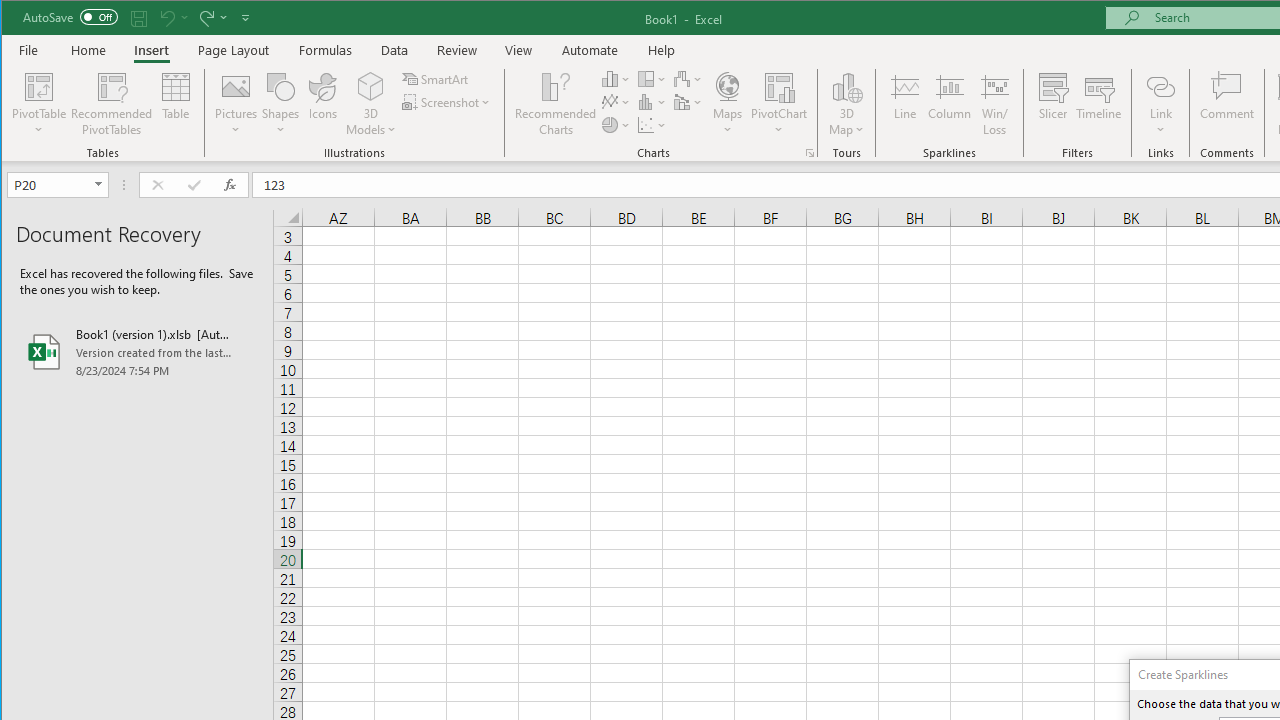 The image size is (1280, 720). I want to click on 'Insert Scatter (X, Y) or Bubble Chart', so click(652, 125).